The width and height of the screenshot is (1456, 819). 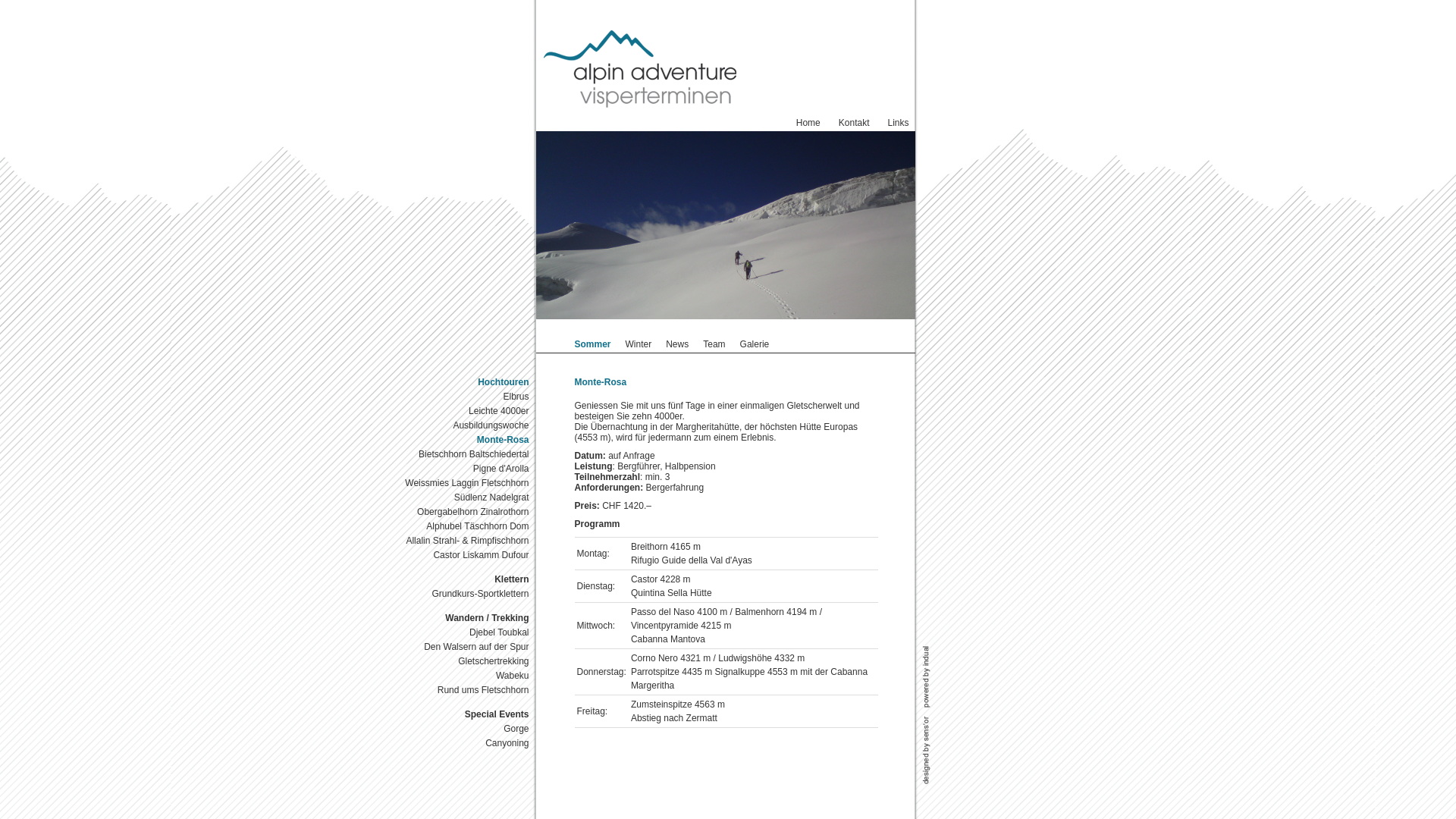 I want to click on 'Elbrus', so click(x=462, y=396).